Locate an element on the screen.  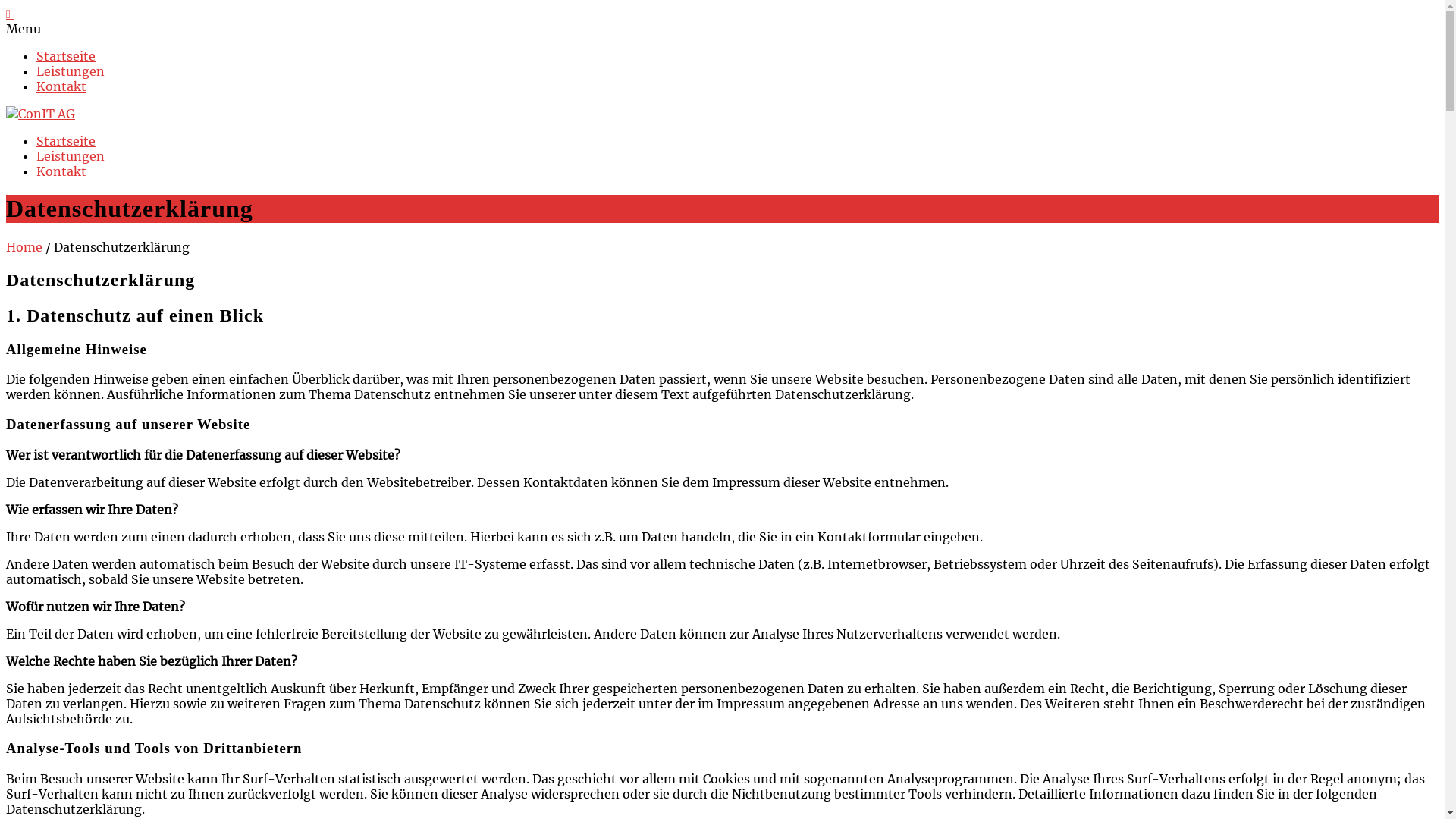
'Startseite' is located at coordinates (64, 140).